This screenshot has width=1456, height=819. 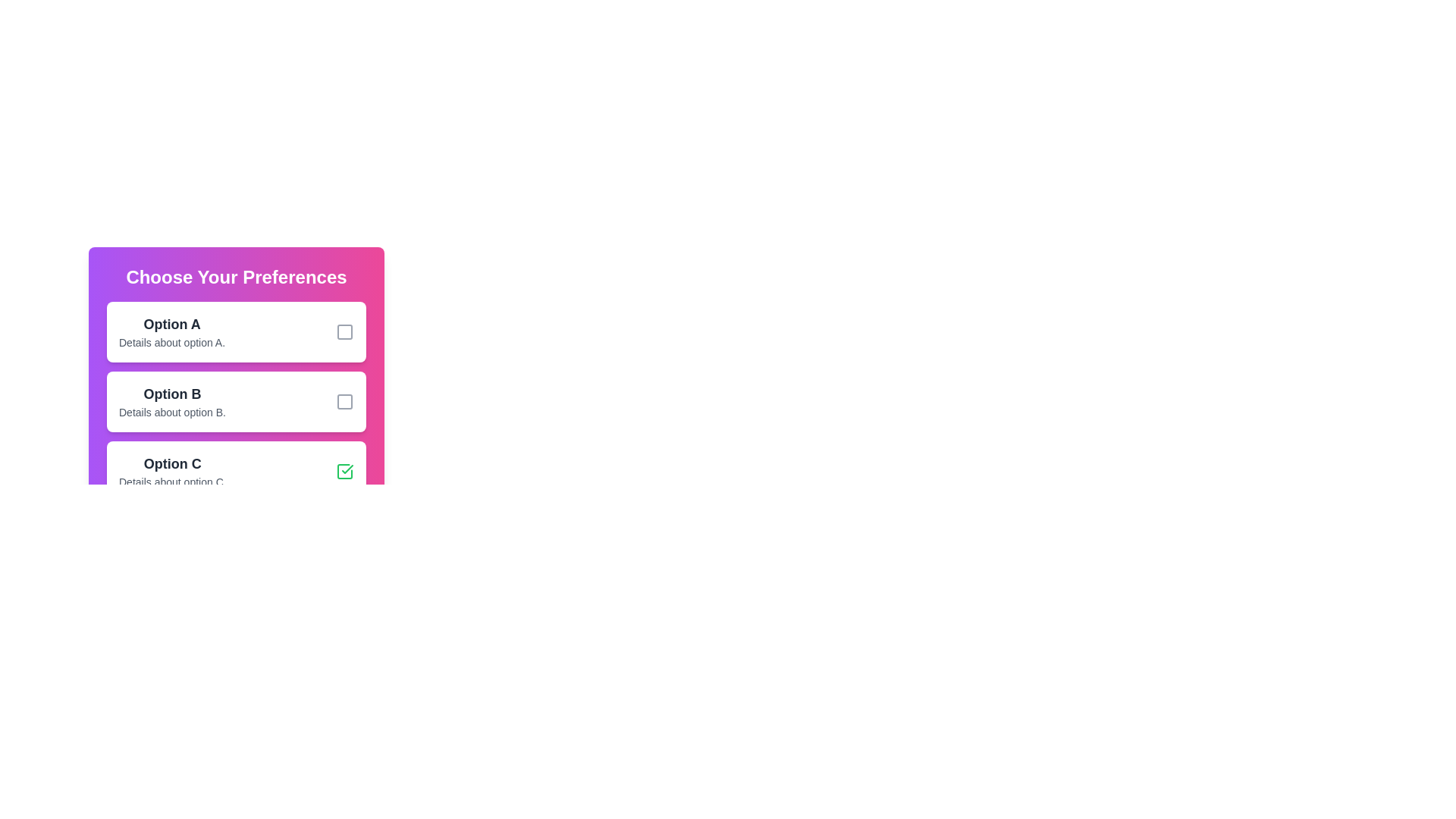 I want to click on the Text Label that reads 'Option B', which is styled in a larger, bold font and positioned at the top of its section, distinct from the descriptive text below it, so click(x=172, y=394).